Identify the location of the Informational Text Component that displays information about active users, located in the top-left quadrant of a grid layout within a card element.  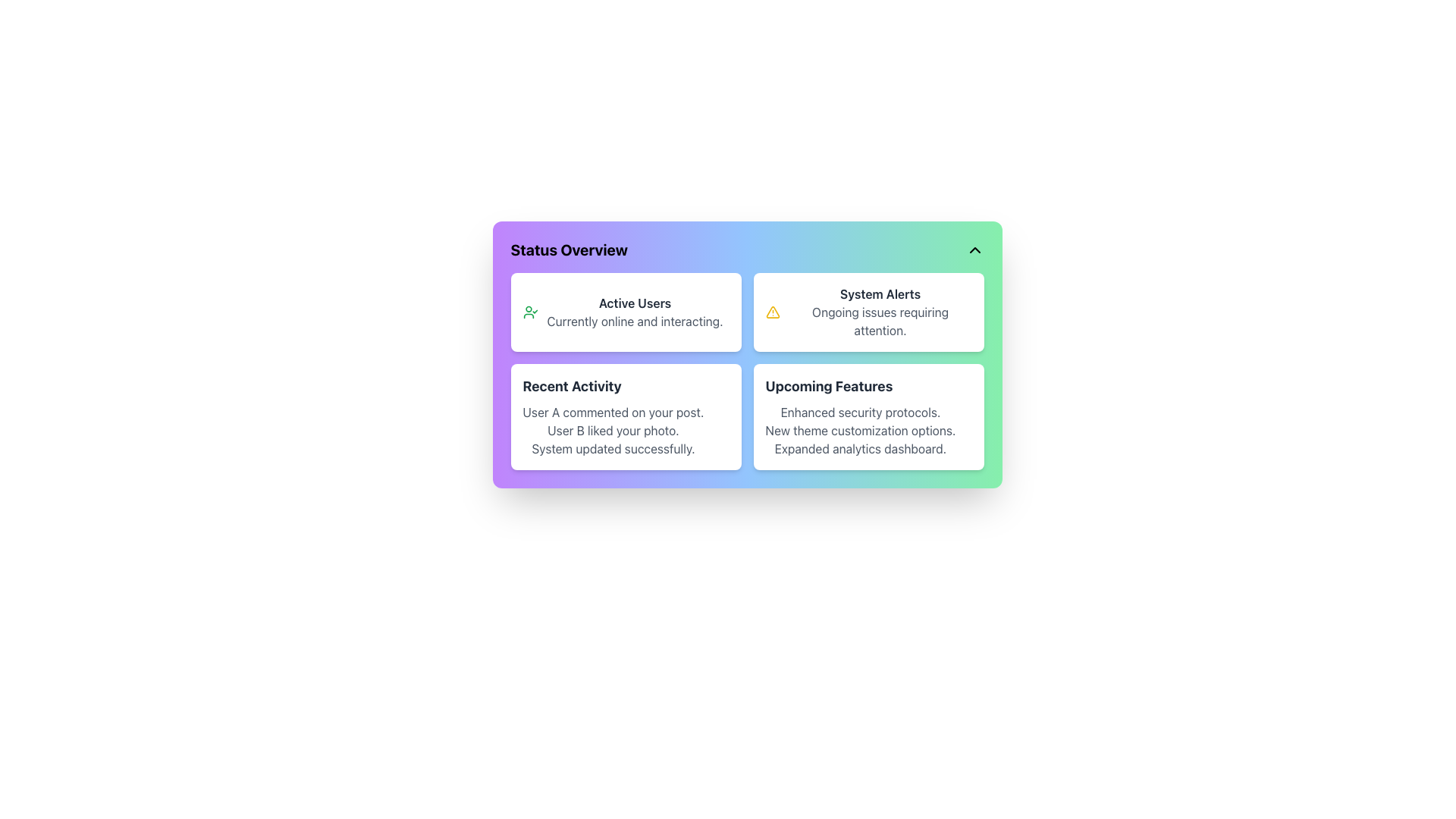
(635, 312).